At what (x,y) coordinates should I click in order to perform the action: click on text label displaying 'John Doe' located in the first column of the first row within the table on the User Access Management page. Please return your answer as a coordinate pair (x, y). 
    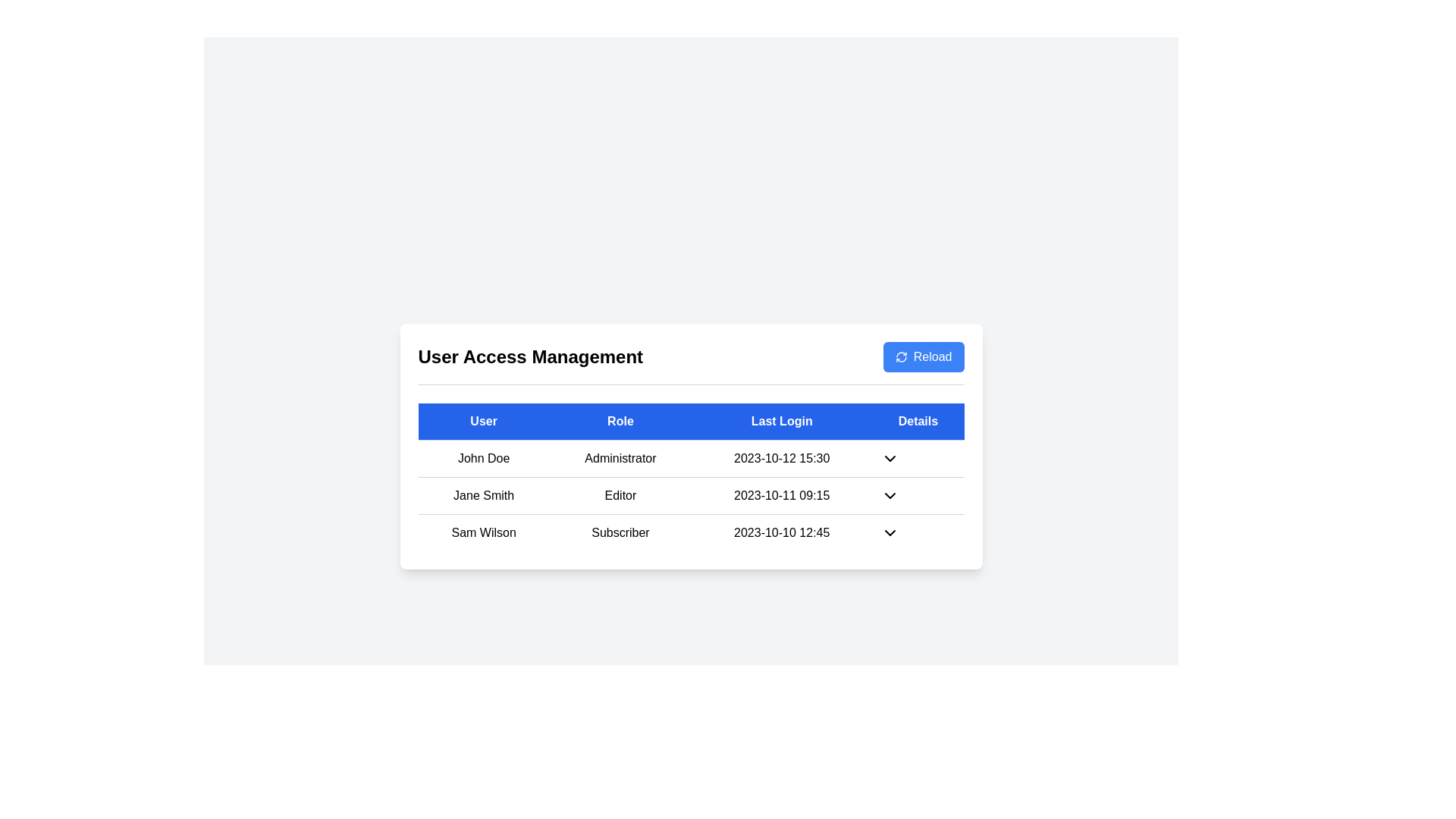
    Looking at the image, I should click on (483, 458).